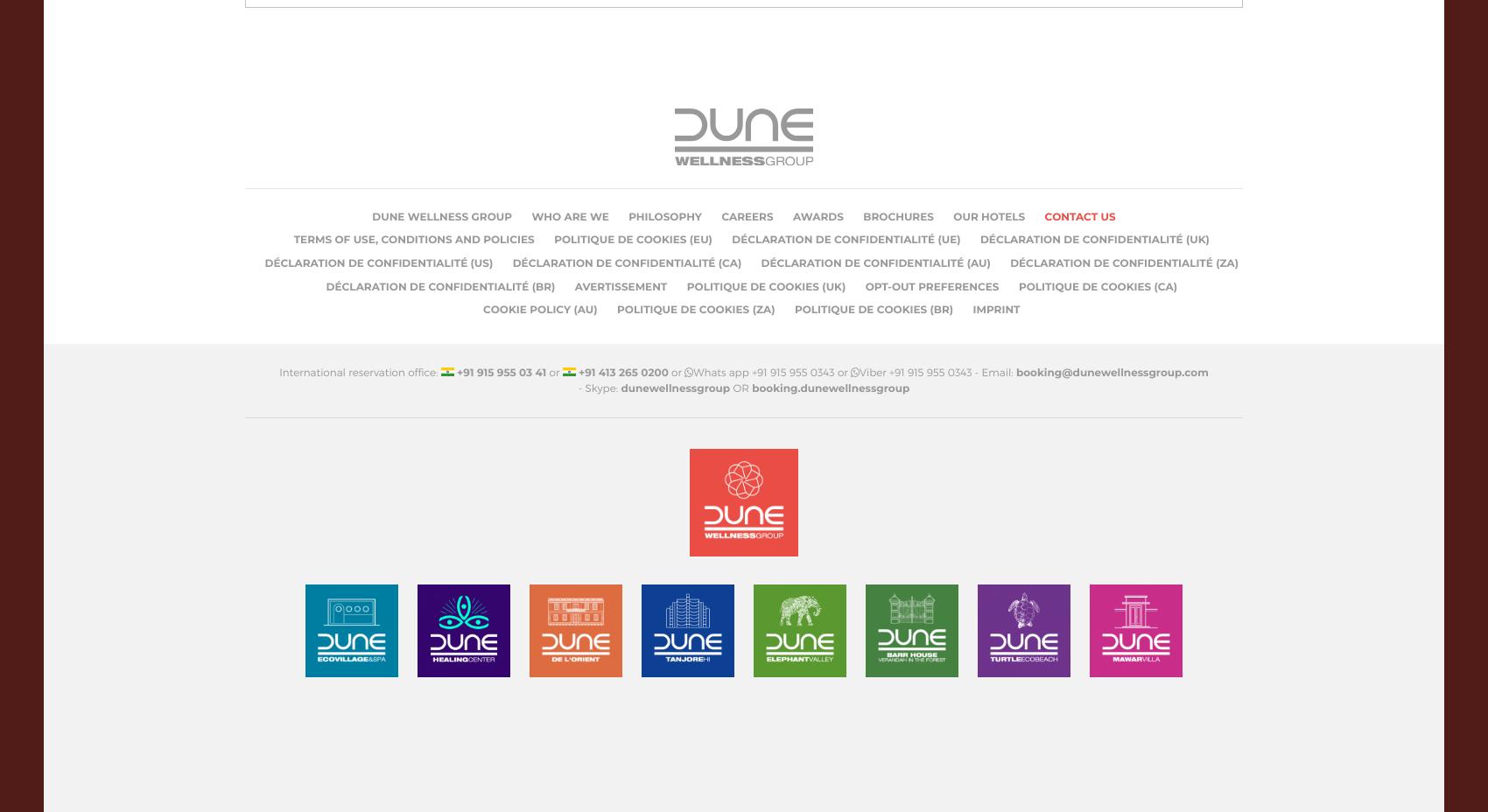  Describe the element at coordinates (931, 285) in the screenshot. I see `'Opt-out preferences'` at that location.